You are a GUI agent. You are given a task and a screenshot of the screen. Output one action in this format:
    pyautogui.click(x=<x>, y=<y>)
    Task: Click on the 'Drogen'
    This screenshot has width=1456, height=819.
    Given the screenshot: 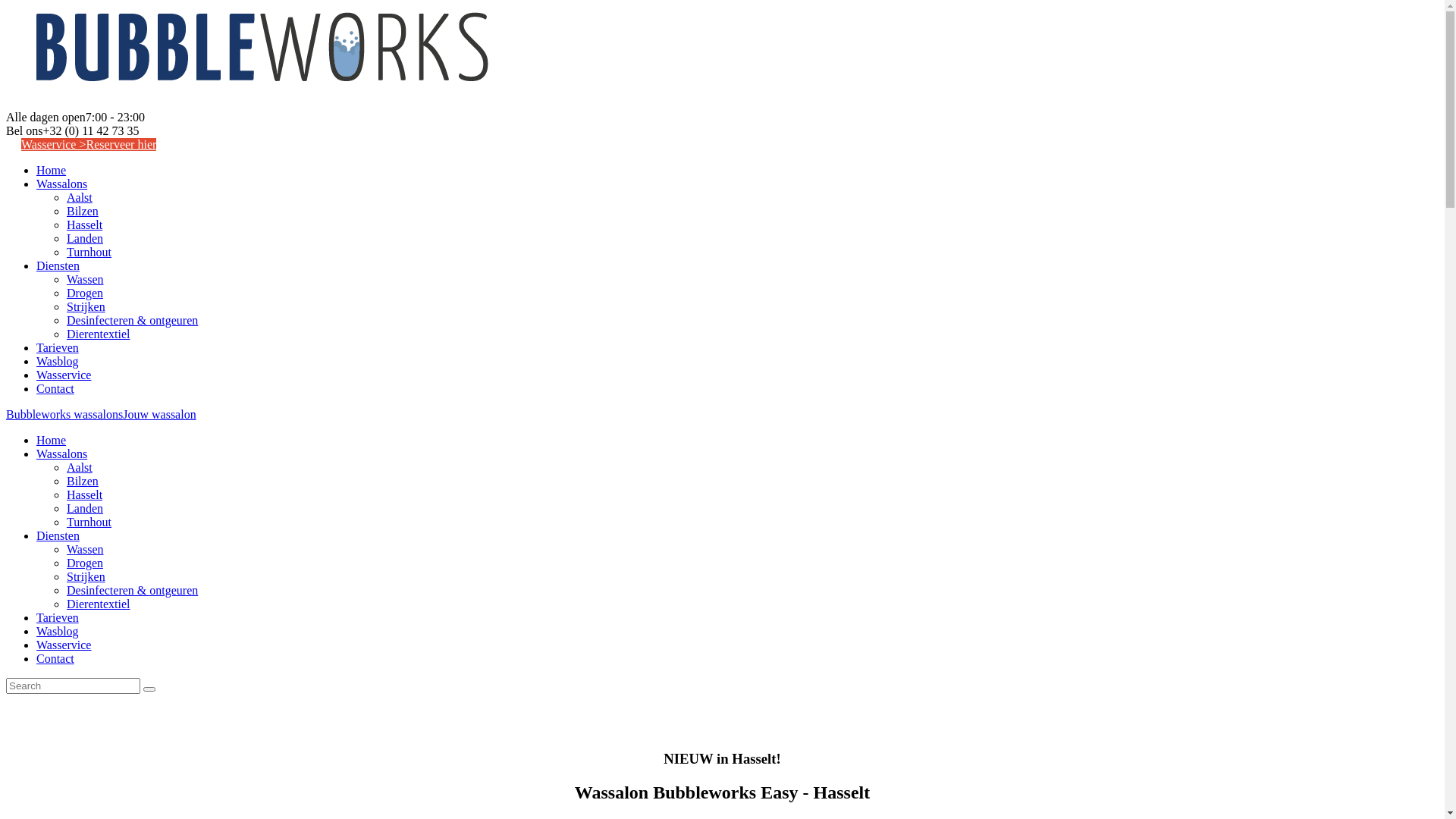 What is the action you would take?
    pyautogui.click(x=83, y=563)
    